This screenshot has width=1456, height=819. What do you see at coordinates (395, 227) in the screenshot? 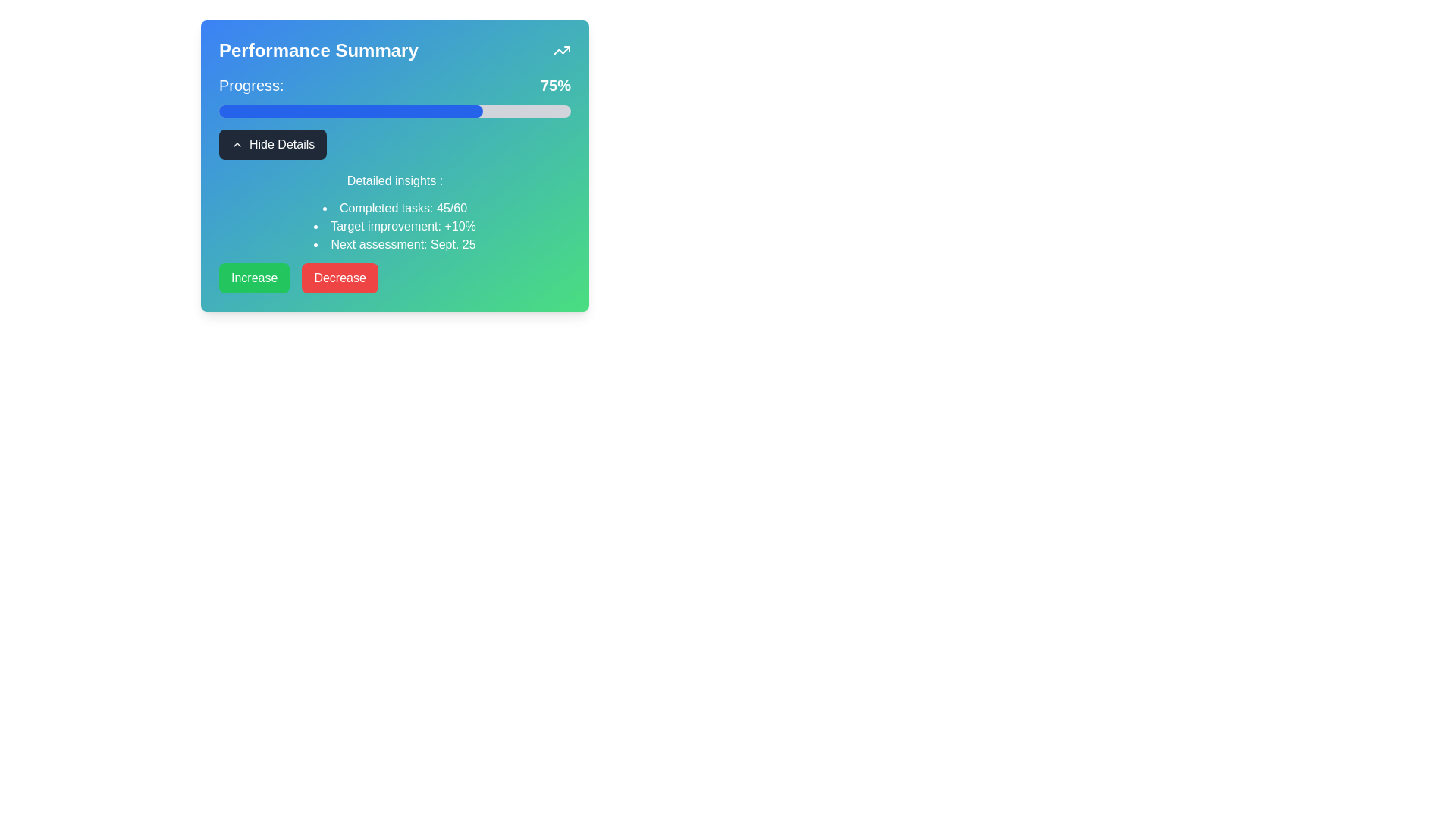
I see `text label that provides static information about the target improvement value, located centrally in the Performance Summary frame under the 'Detailed insights' section` at bounding box center [395, 227].